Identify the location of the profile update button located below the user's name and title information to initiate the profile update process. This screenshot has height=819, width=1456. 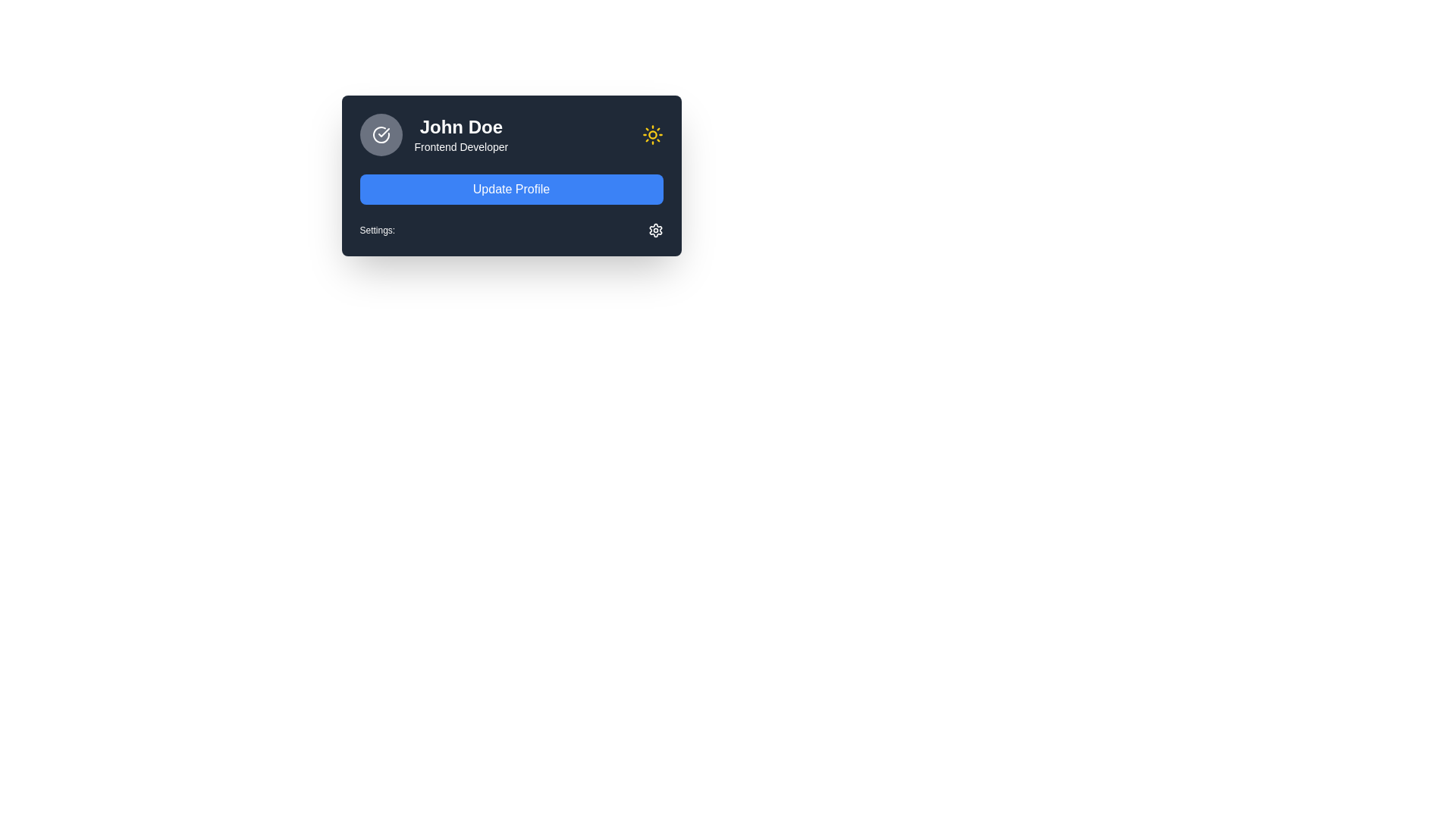
(511, 189).